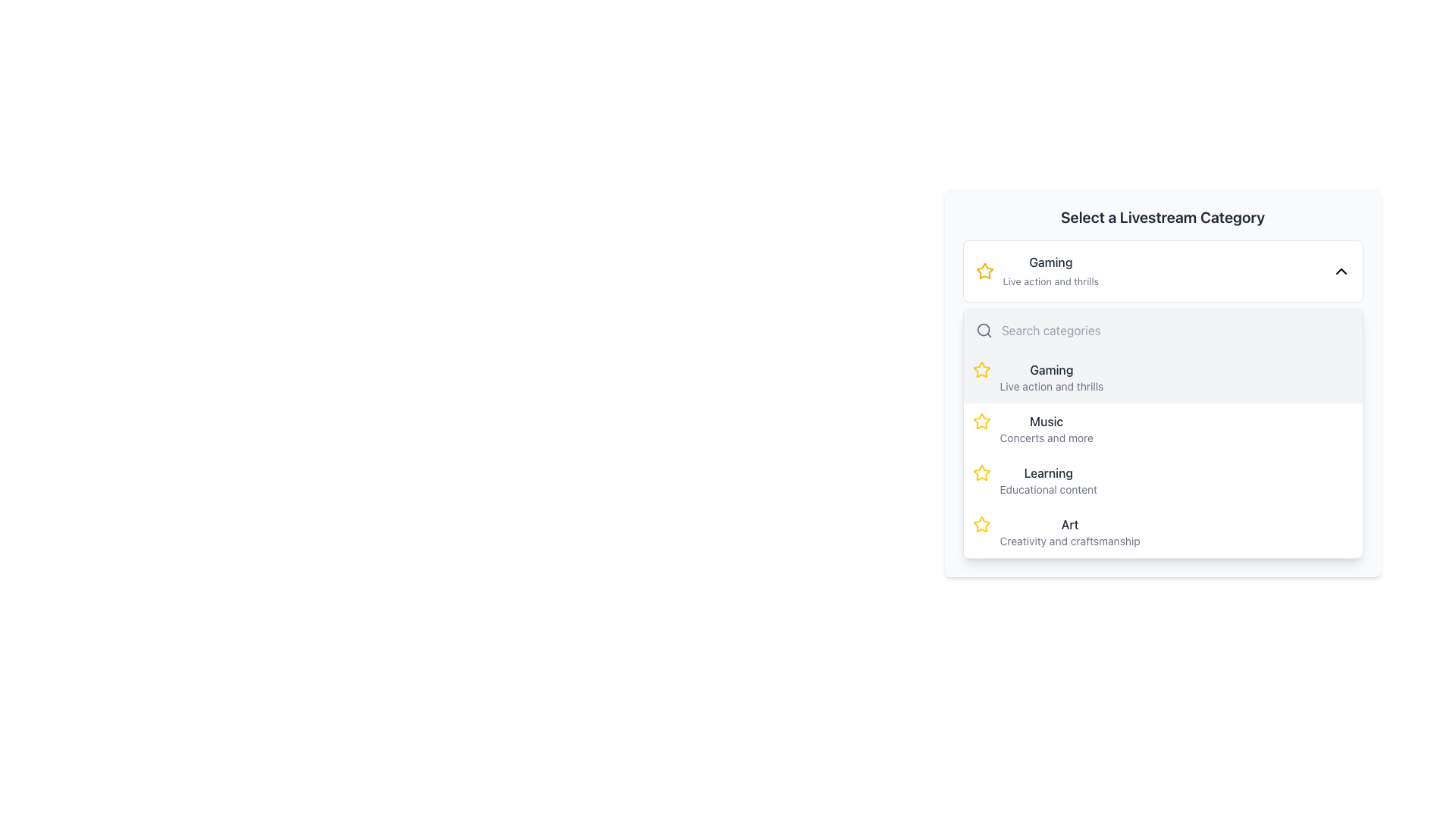 Image resolution: width=1456 pixels, height=819 pixels. I want to click on the 'Music' text label, which serves as the title for the Music category in the livestream categories list, located in the 'Select a Livestream Category' section, so click(1046, 421).